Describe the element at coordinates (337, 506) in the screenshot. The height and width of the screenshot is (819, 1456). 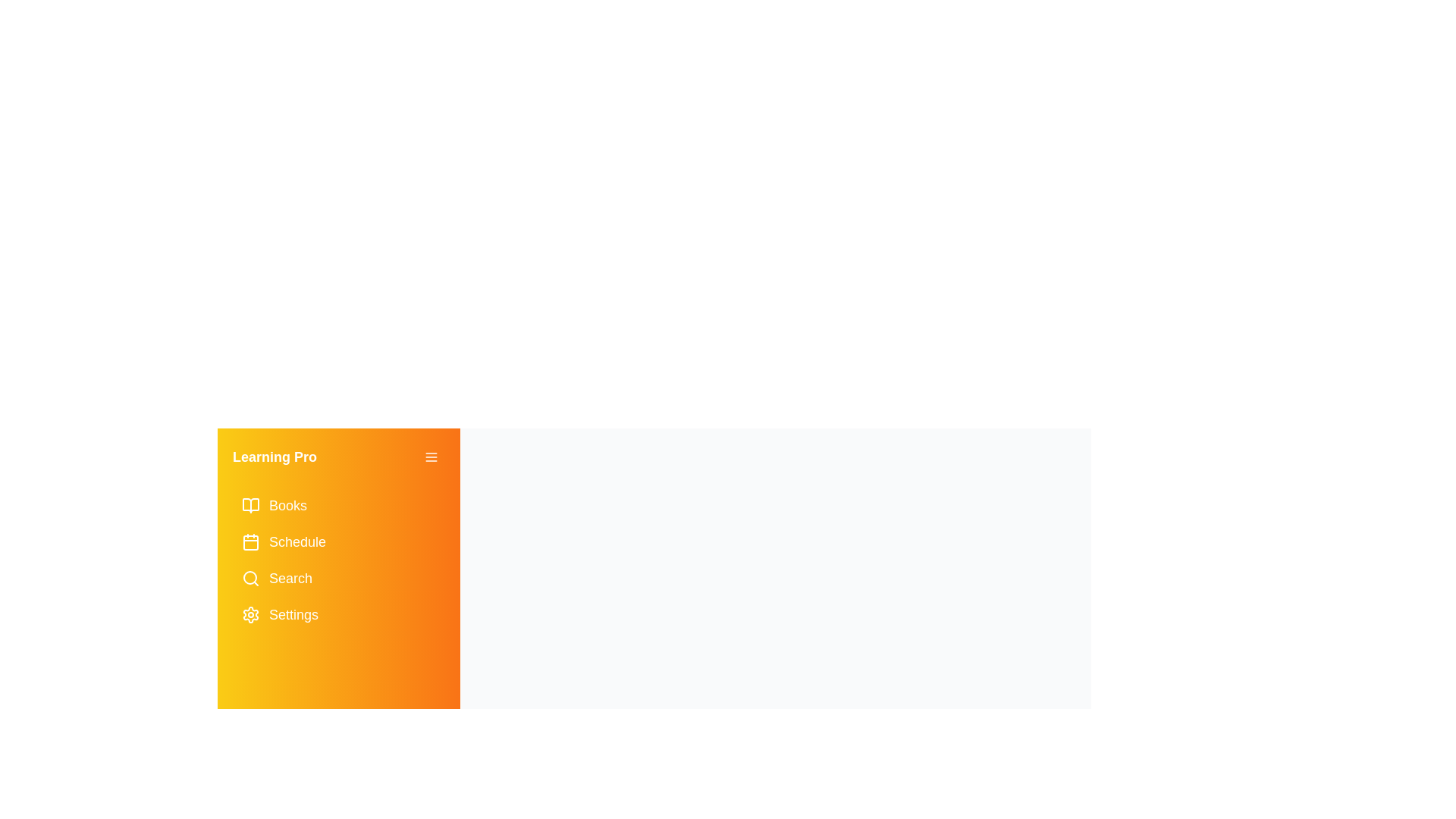
I see `the Books navigation item in the drawer` at that location.